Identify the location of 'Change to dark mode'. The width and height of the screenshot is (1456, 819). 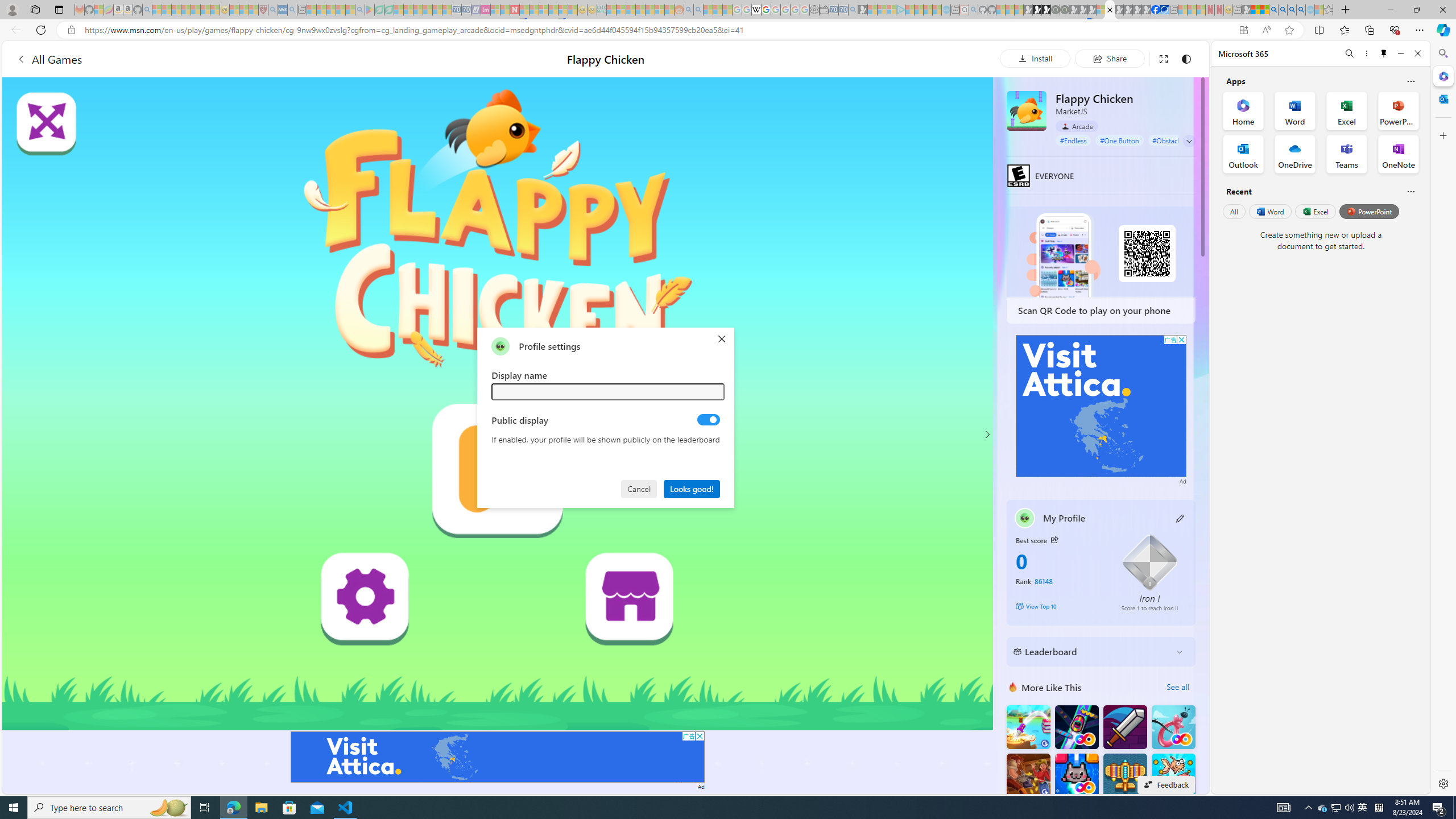
(1185, 58).